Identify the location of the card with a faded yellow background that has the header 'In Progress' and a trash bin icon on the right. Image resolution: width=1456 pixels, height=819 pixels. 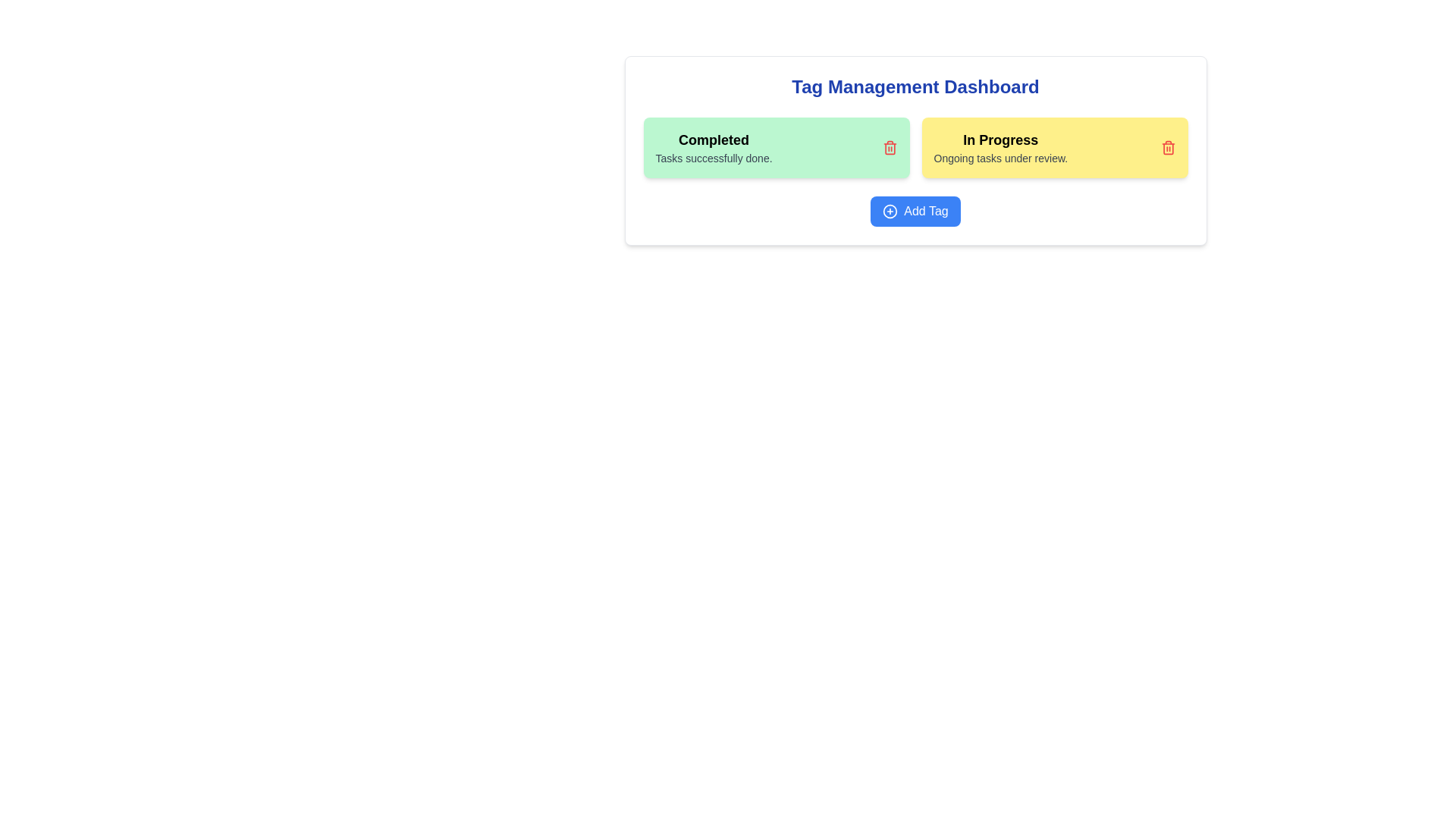
(1054, 148).